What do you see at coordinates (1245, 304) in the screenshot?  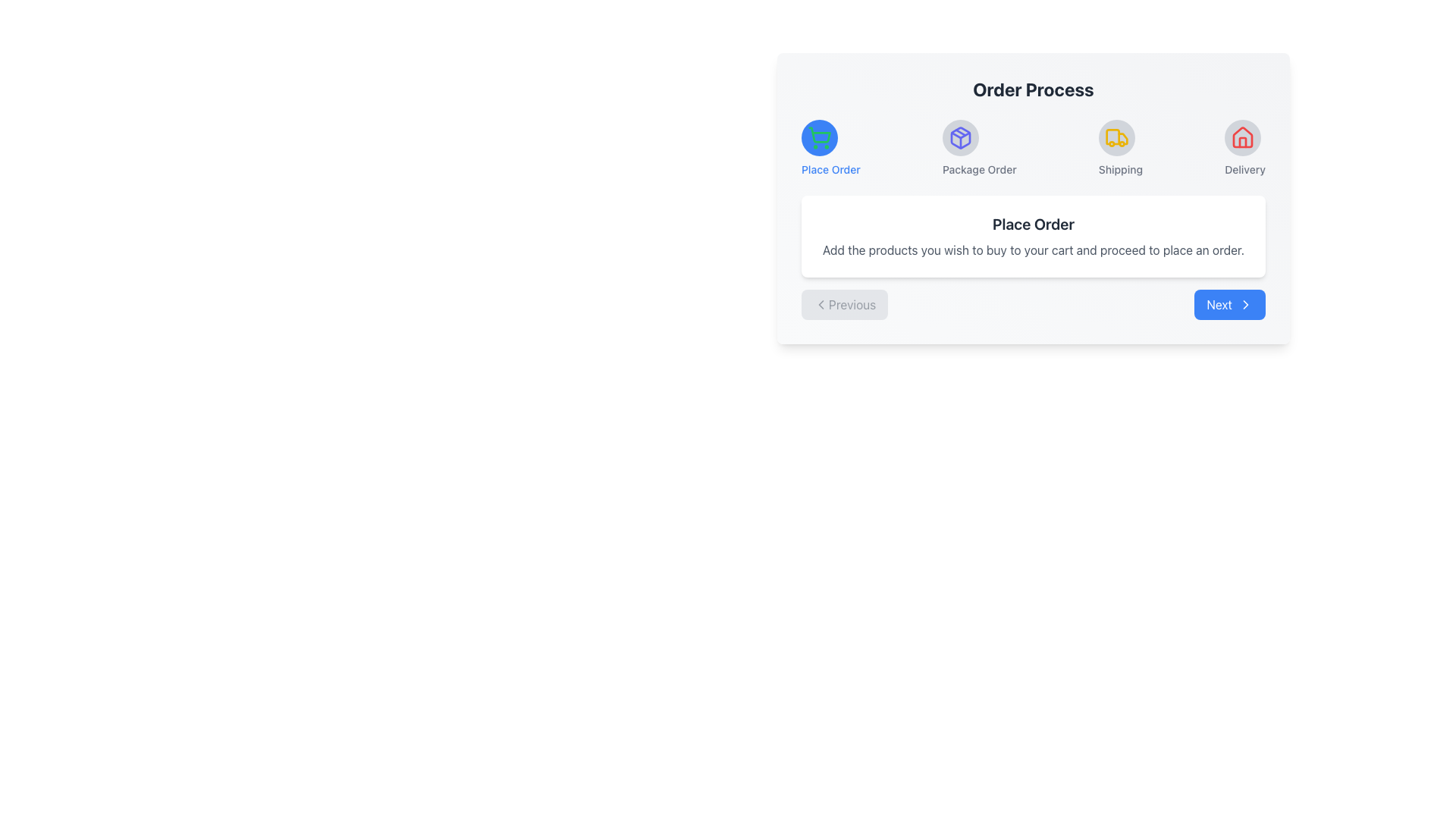 I see `the small triangular right-pointing icon within the 'Next' button` at bounding box center [1245, 304].